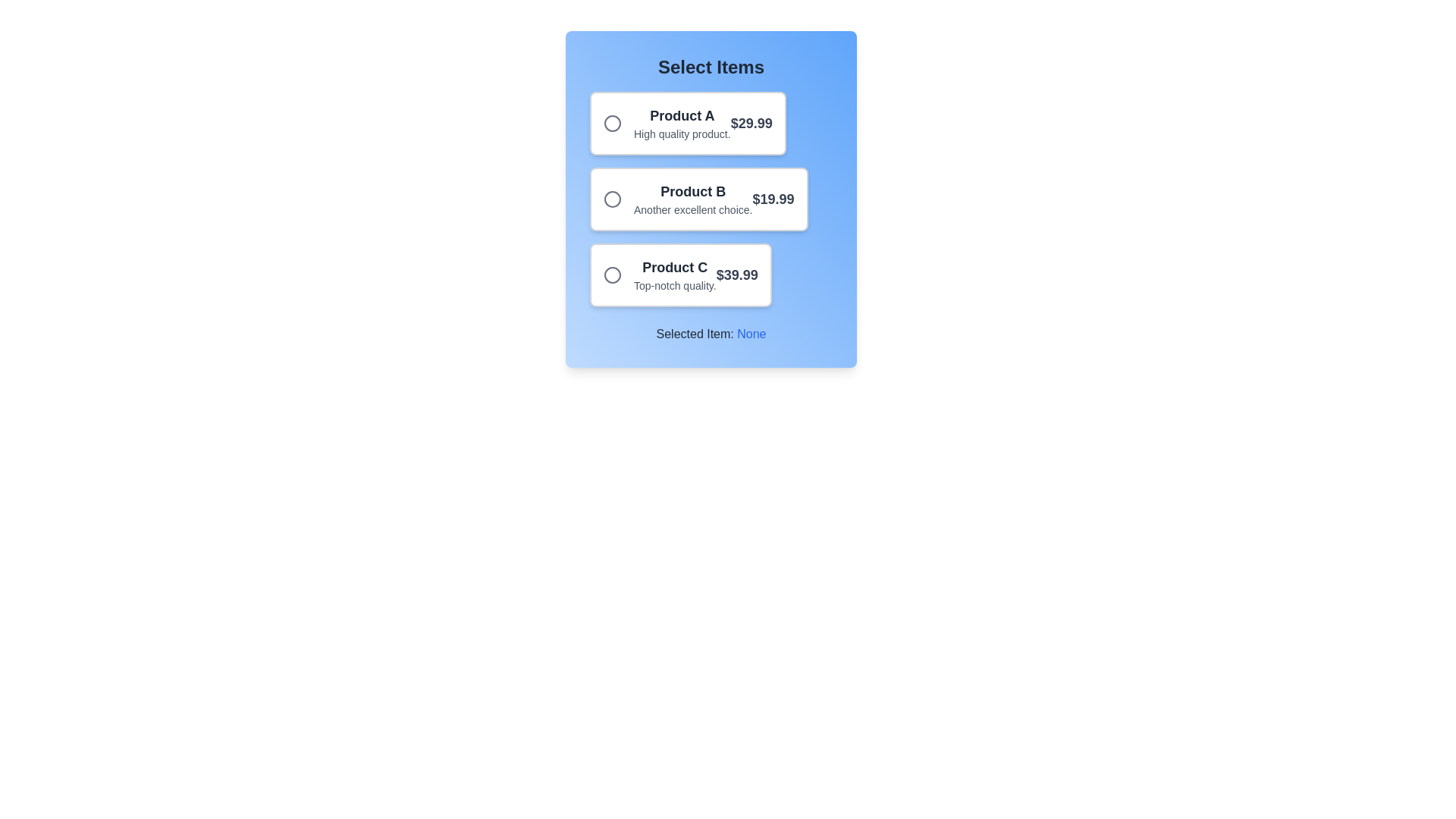  I want to click on the circular radio button with a gray outline and white background located in the top-left corner of the option card for 'Product C', so click(619, 275).